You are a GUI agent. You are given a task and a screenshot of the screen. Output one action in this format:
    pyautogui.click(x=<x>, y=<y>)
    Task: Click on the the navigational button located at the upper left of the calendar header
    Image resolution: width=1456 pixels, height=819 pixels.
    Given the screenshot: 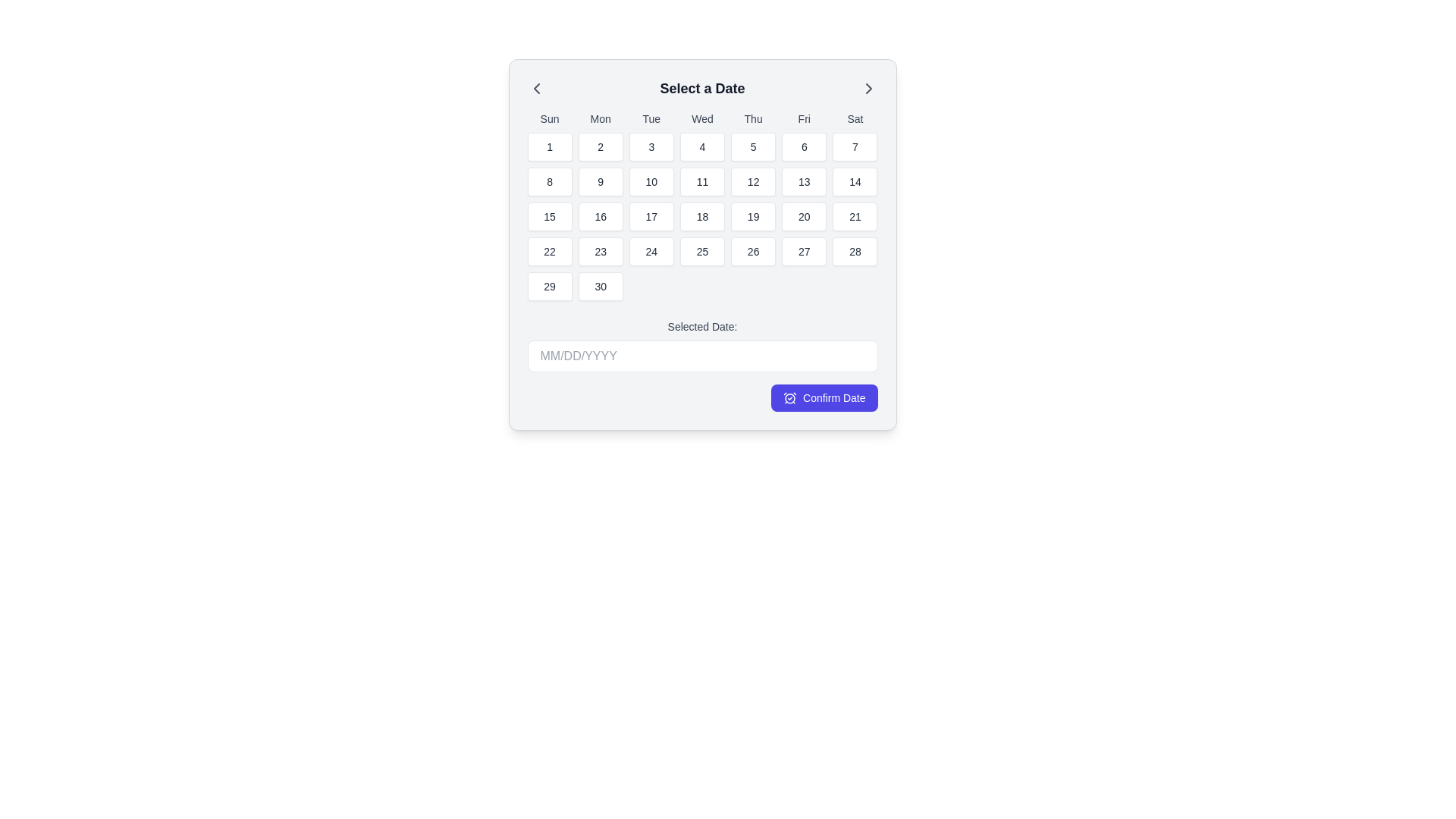 What is the action you would take?
    pyautogui.click(x=536, y=88)
    